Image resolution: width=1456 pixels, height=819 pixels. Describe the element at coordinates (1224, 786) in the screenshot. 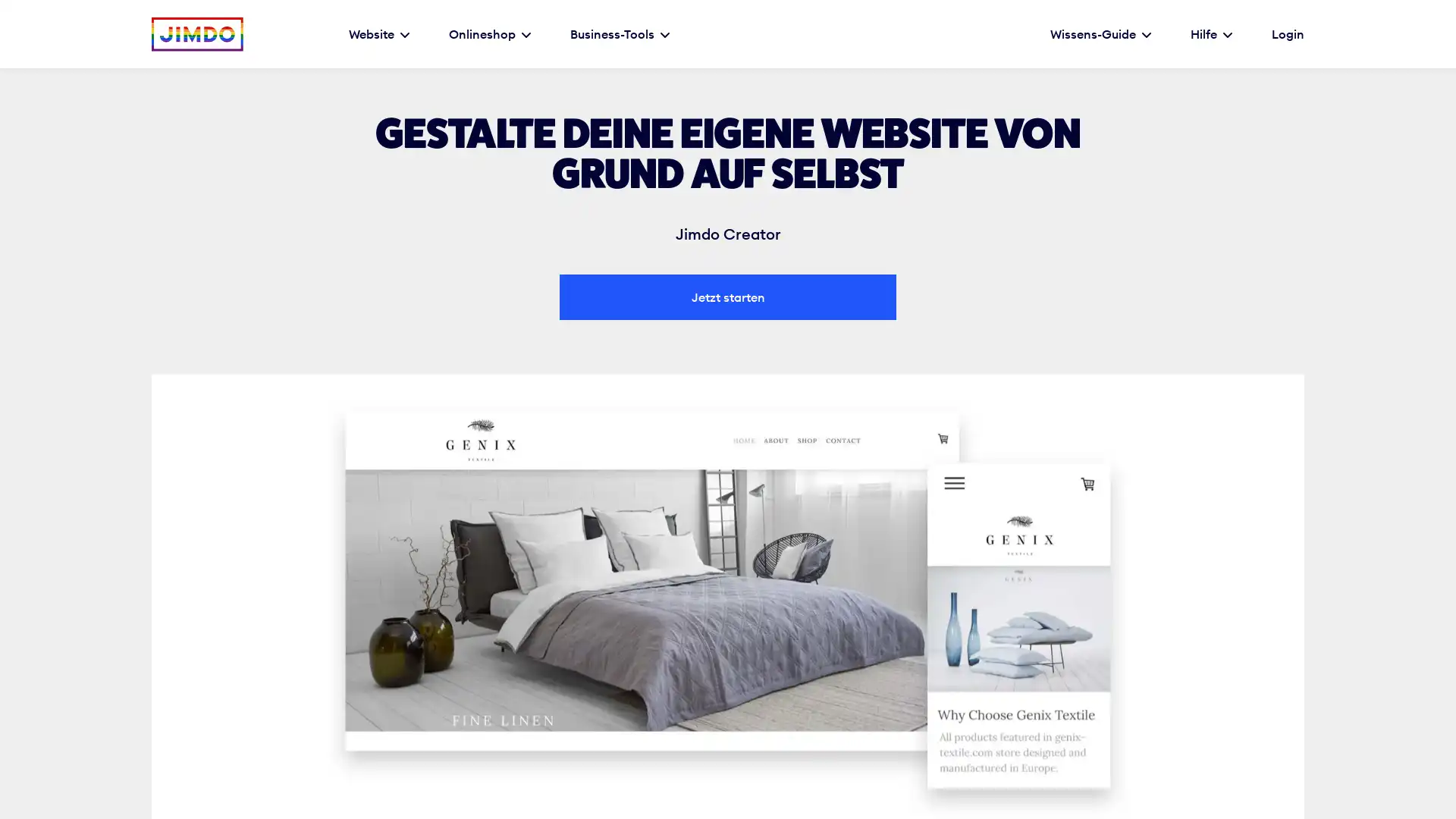

I see `Alles akzeptieren` at that location.